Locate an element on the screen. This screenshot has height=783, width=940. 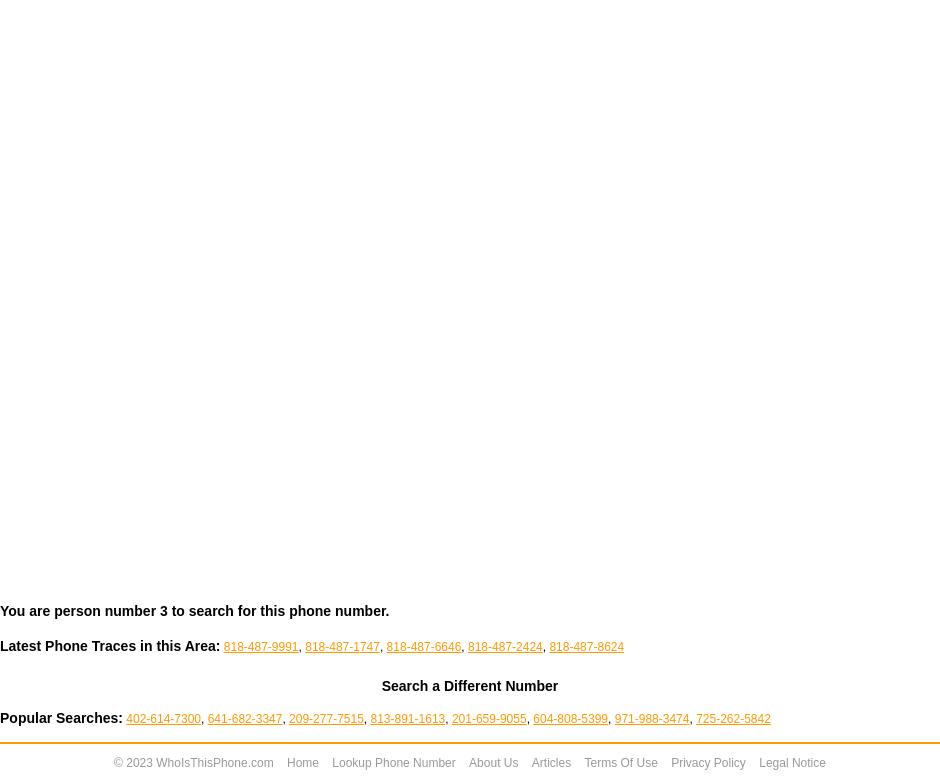
'725-262-5842' is located at coordinates (733, 718).